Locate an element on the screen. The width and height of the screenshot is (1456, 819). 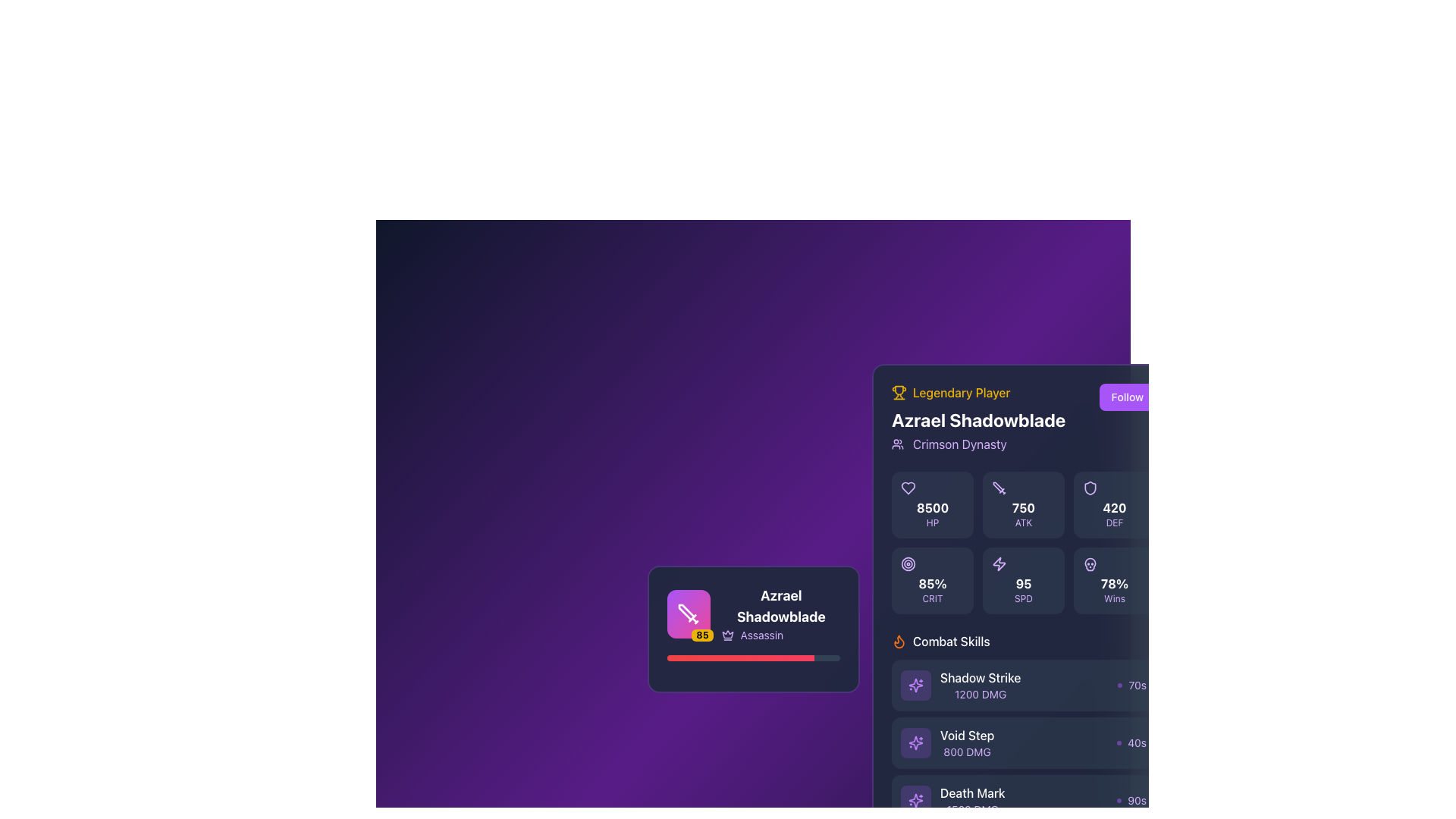
the static information card displaying '78% Wins', located in the bottom-right segment of the grid layout is located at coordinates (1114, 580).